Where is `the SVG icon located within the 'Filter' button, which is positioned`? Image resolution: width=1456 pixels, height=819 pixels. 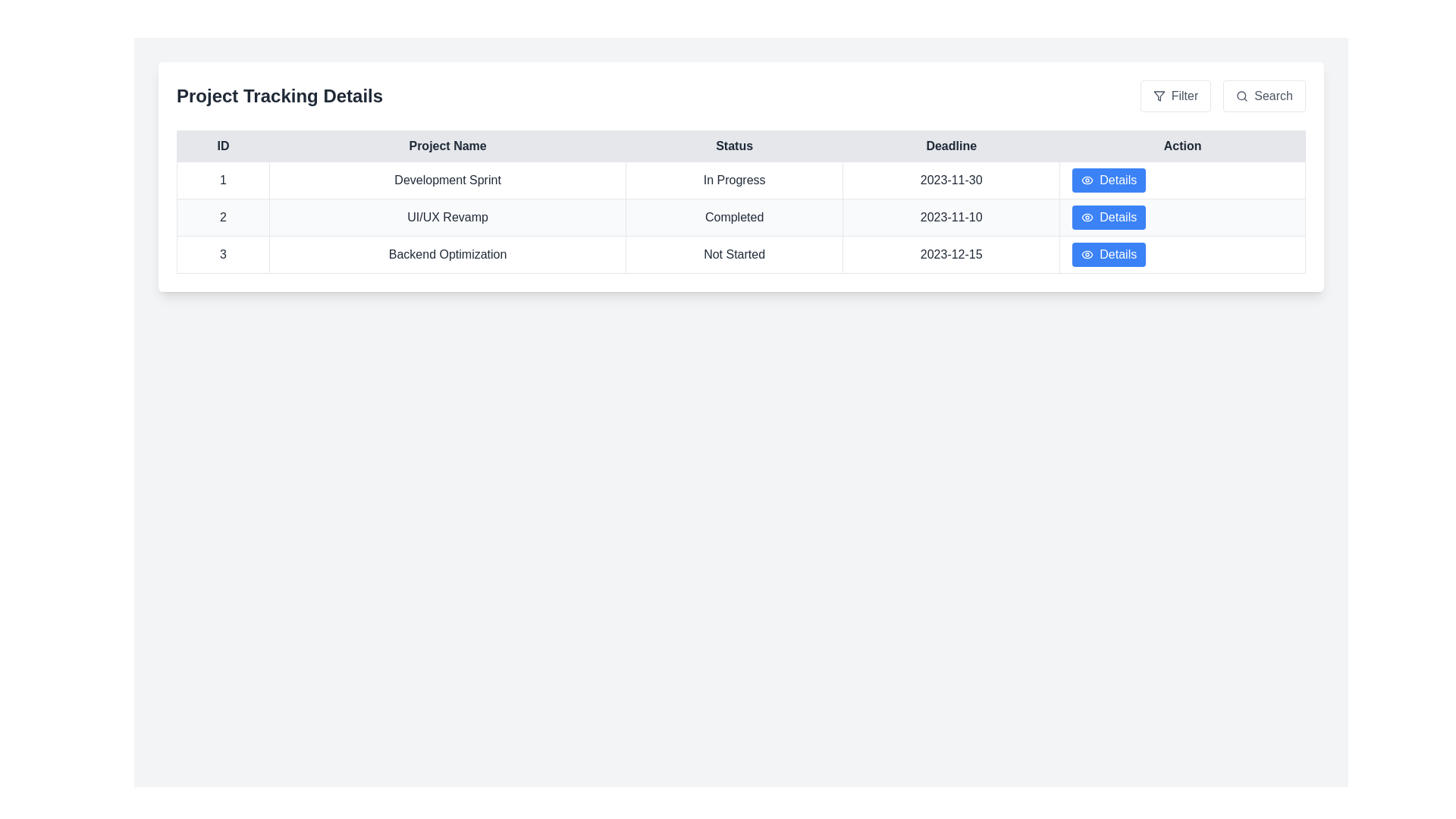 the SVG icon located within the 'Filter' button, which is positioned is located at coordinates (1158, 96).